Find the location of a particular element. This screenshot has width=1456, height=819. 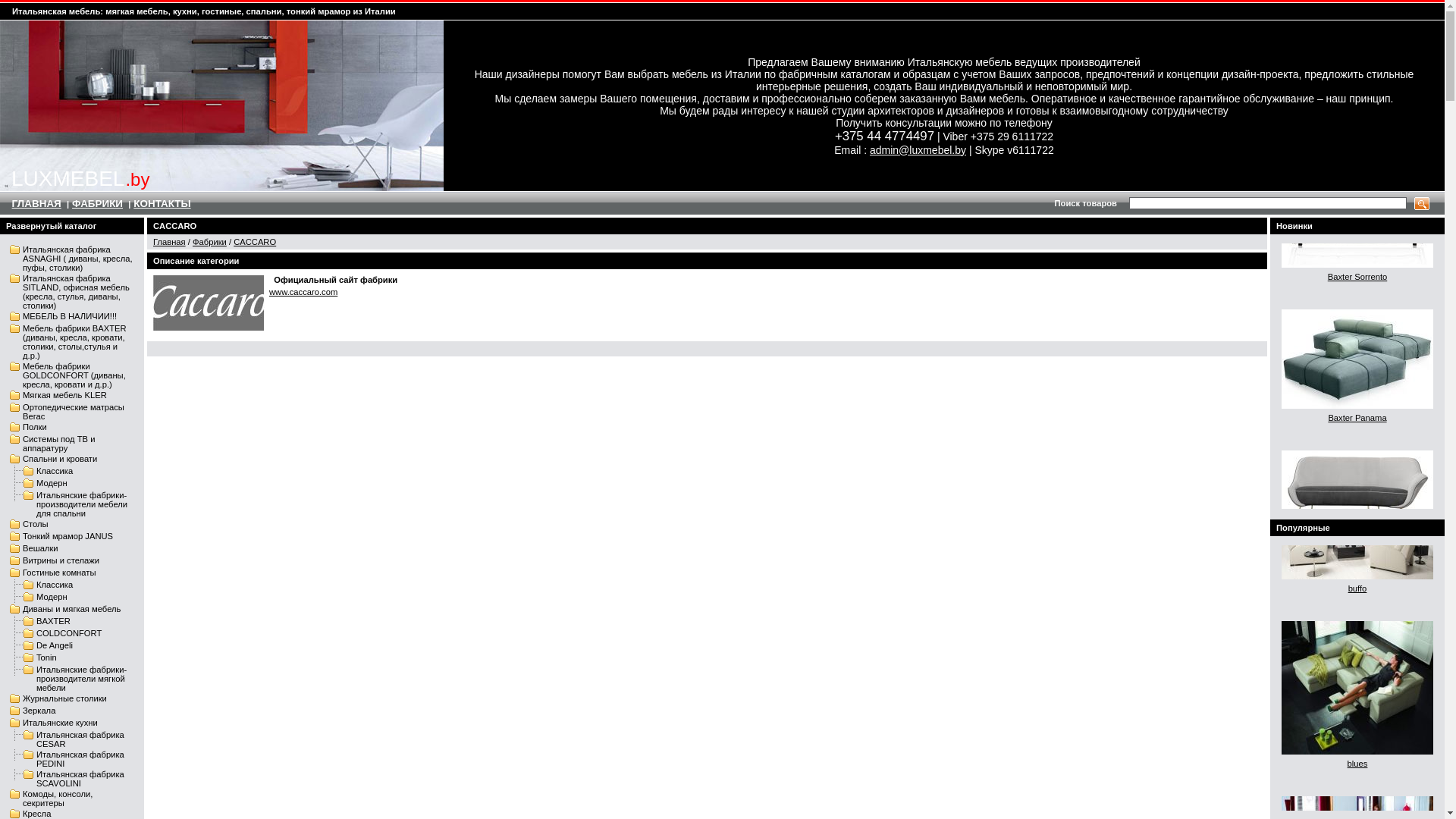

'CACCARO' is located at coordinates (255, 241).